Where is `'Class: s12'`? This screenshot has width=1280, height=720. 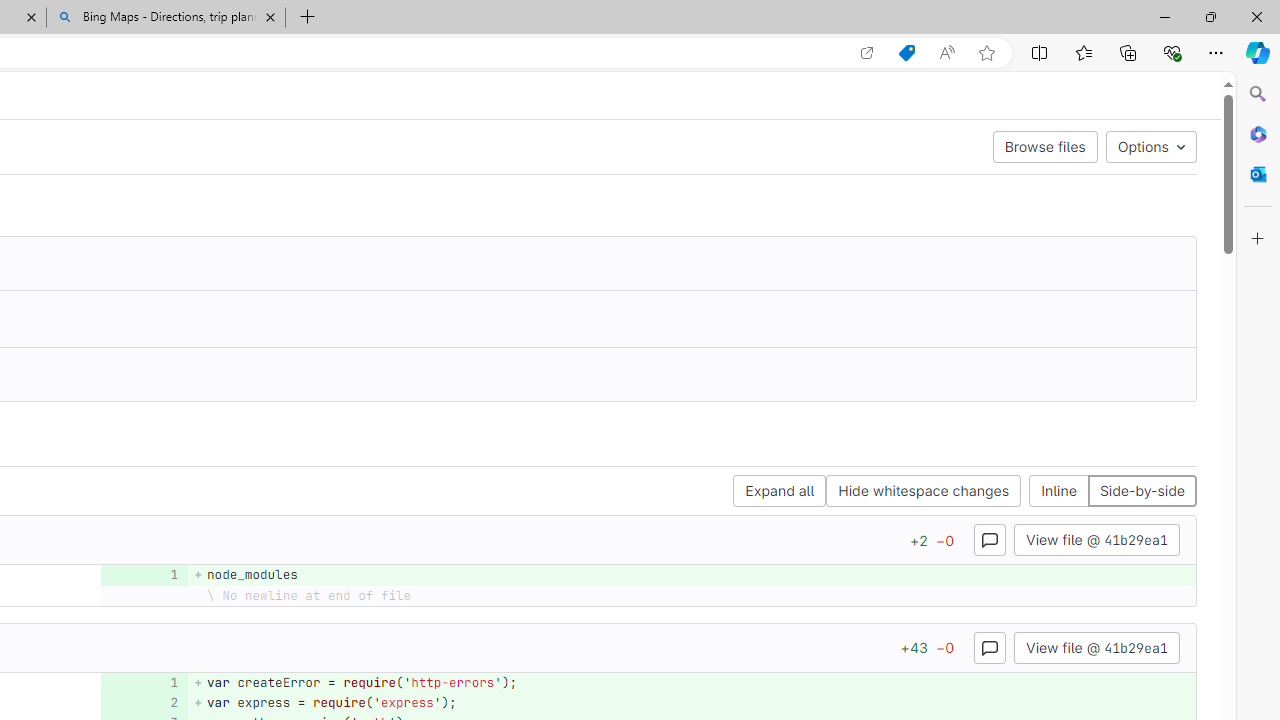 'Class: s12' is located at coordinates (137, 700).